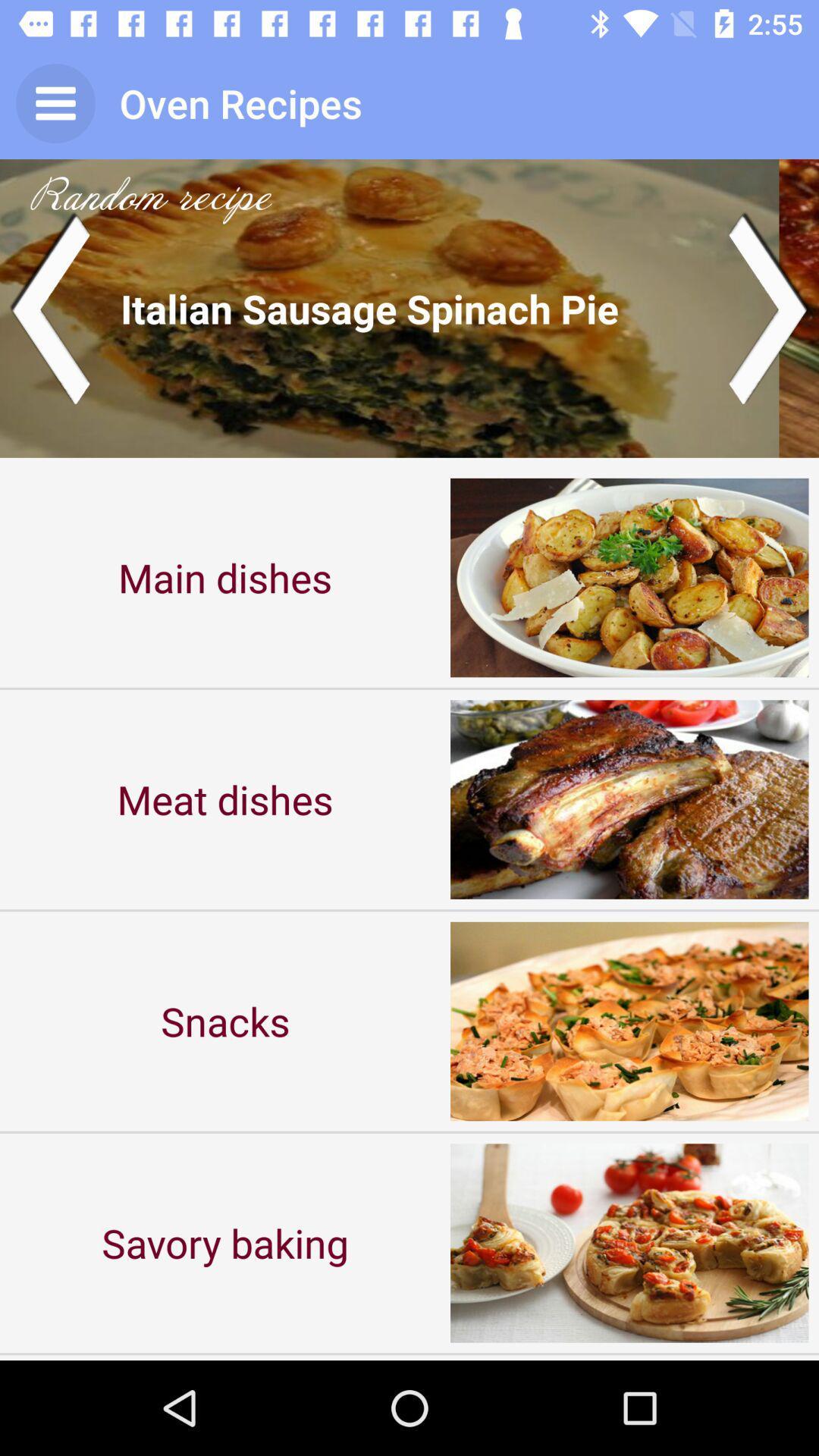 This screenshot has width=819, height=1456. Describe the element at coordinates (55, 102) in the screenshot. I see `the item next to oven recipes item` at that location.